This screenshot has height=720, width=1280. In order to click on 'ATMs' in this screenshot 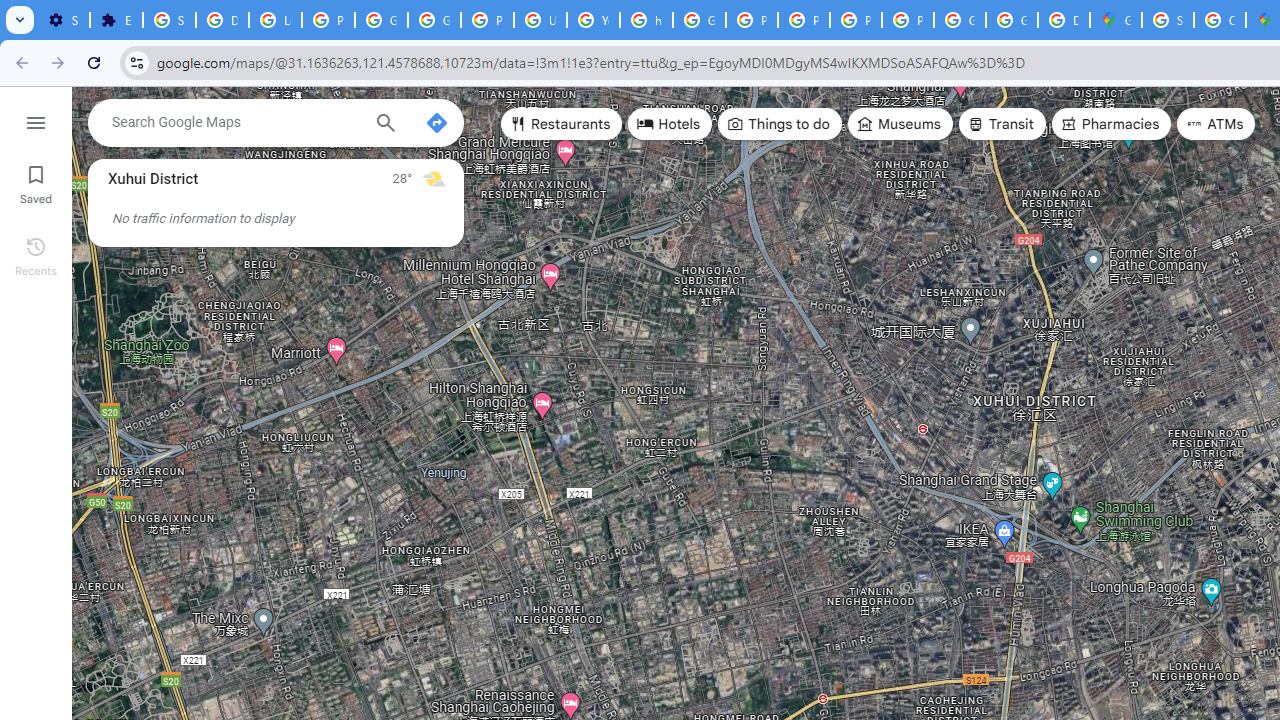, I will do `click(1215, 124)`.